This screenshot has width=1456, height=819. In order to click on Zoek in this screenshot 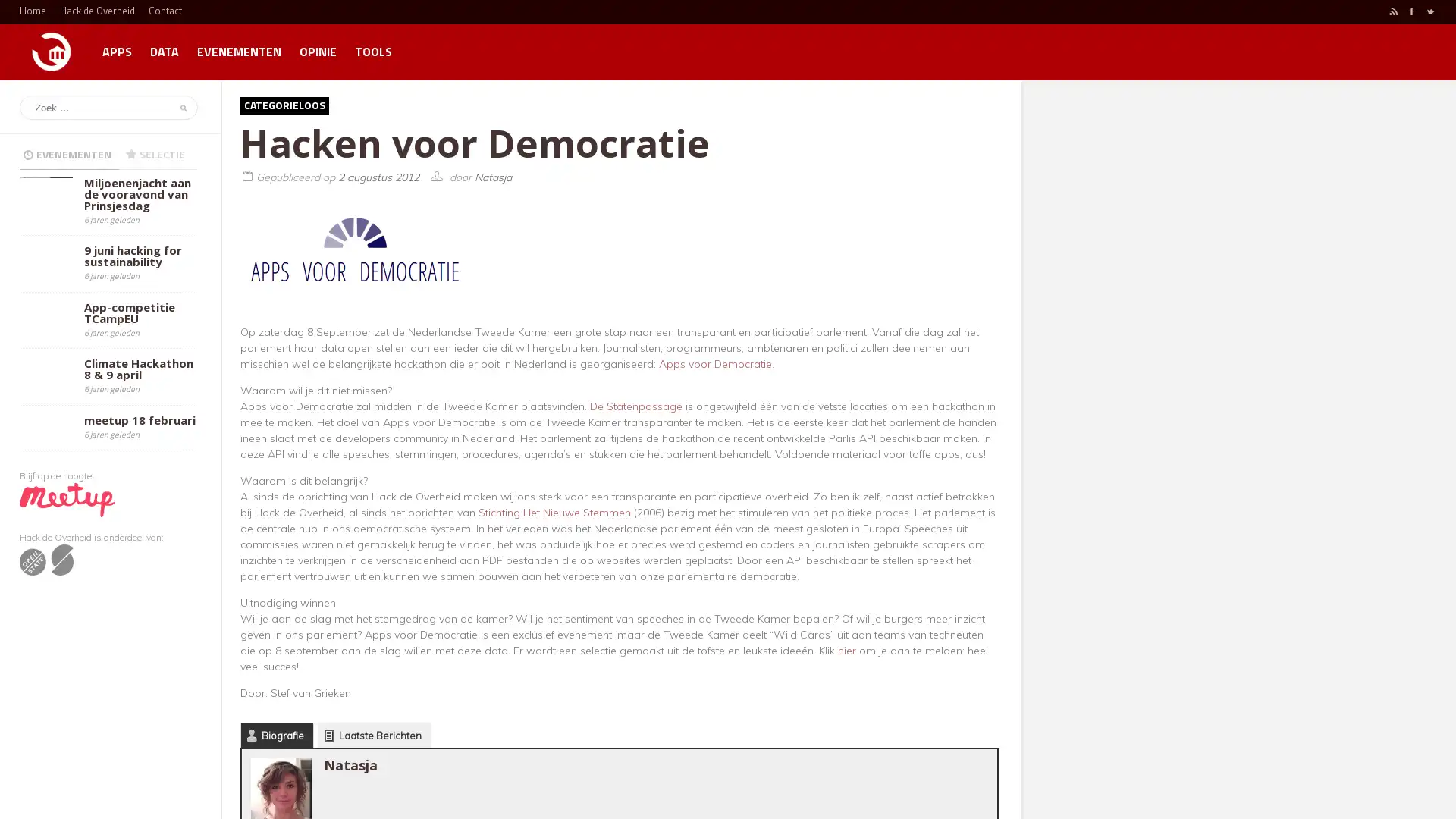, I will do `click(181, 107)`.